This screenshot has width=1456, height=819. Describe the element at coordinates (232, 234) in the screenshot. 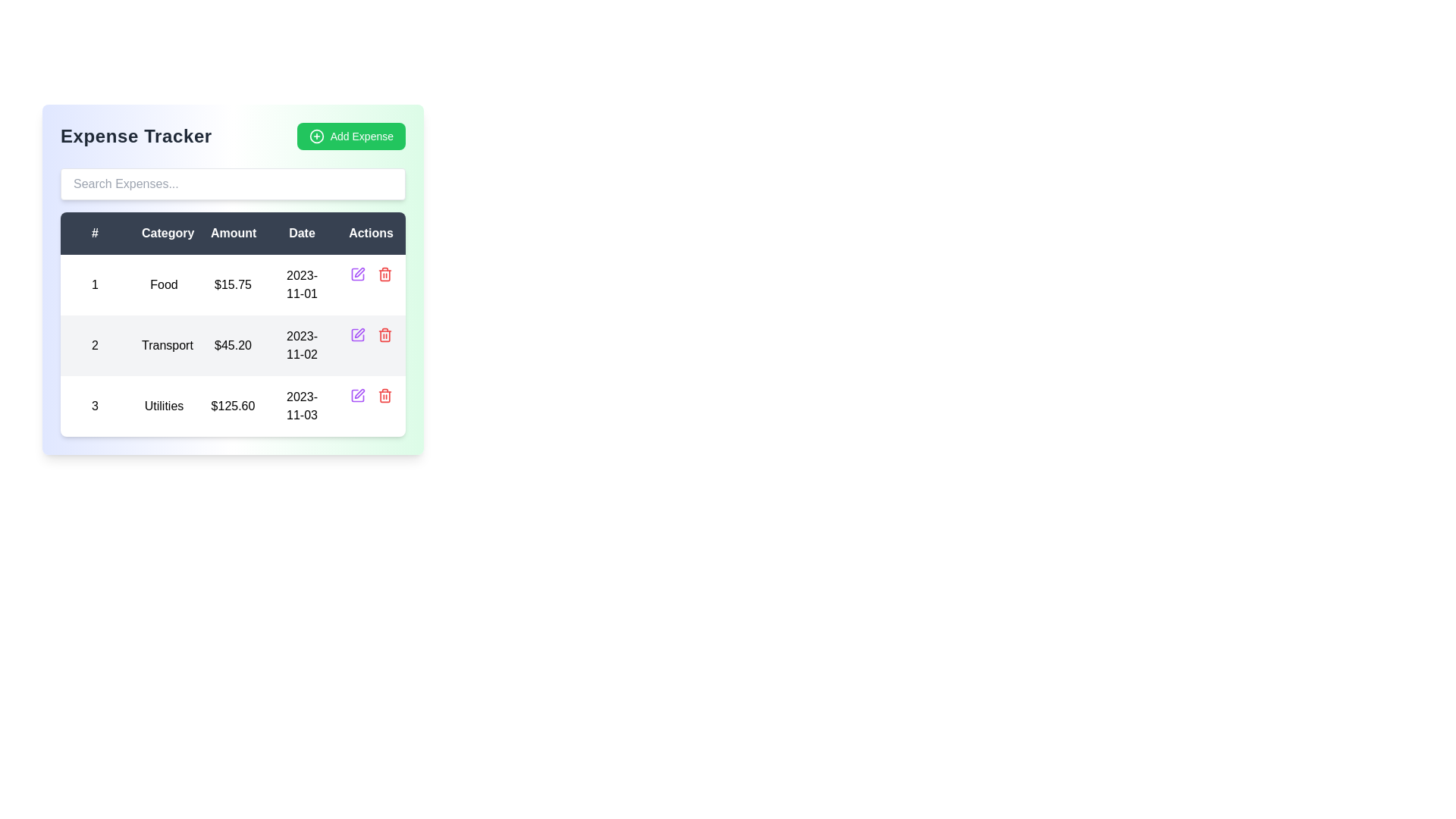

I see `the third column header text label that represents the amounts listed in the corresponding column of the table, located between the 'Category' and 'Date' headers` at that location.